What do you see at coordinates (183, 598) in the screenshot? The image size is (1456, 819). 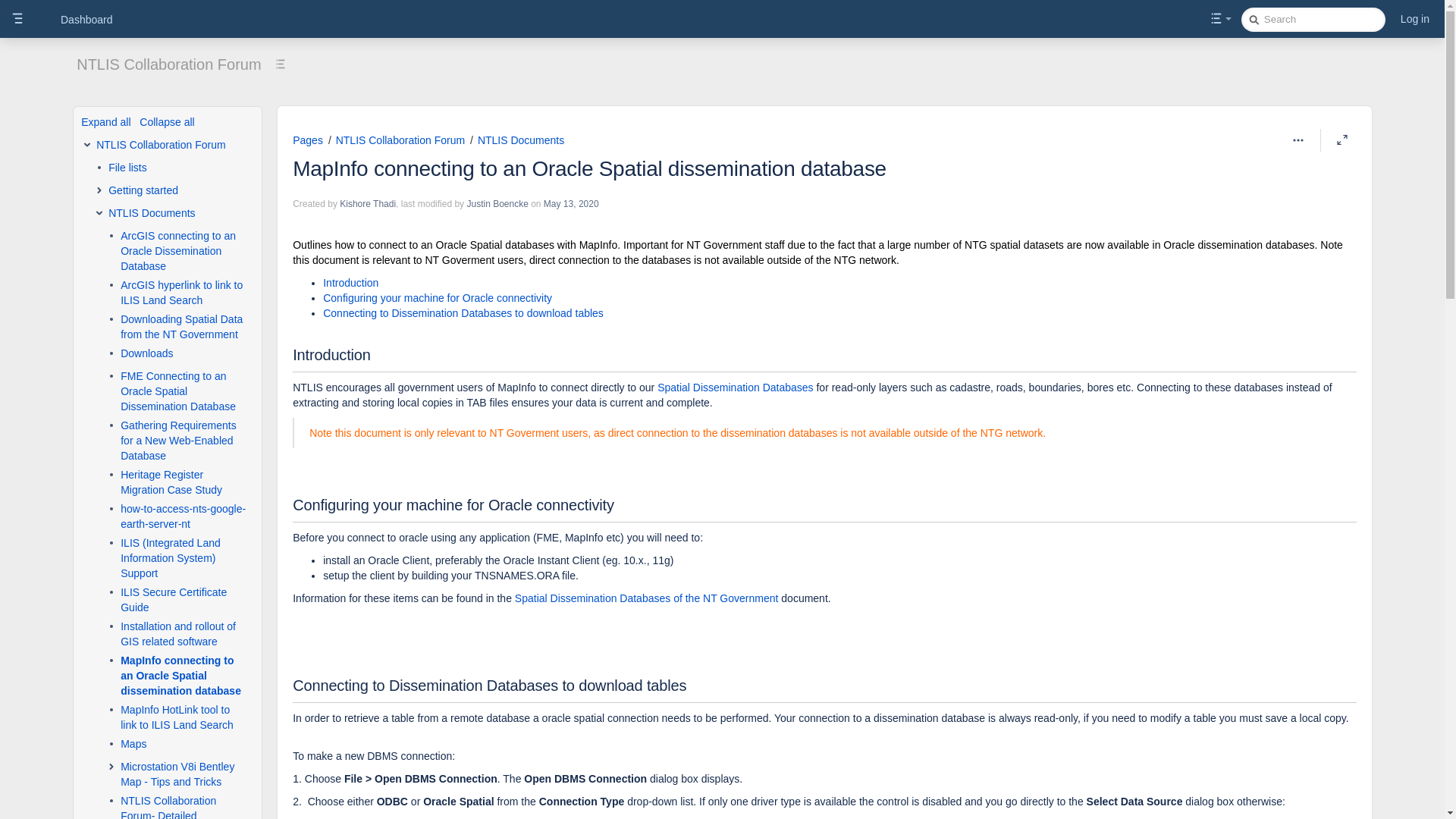 I see `'ILIS Secure Certificate Guide'` at bounding box center [183, 598].